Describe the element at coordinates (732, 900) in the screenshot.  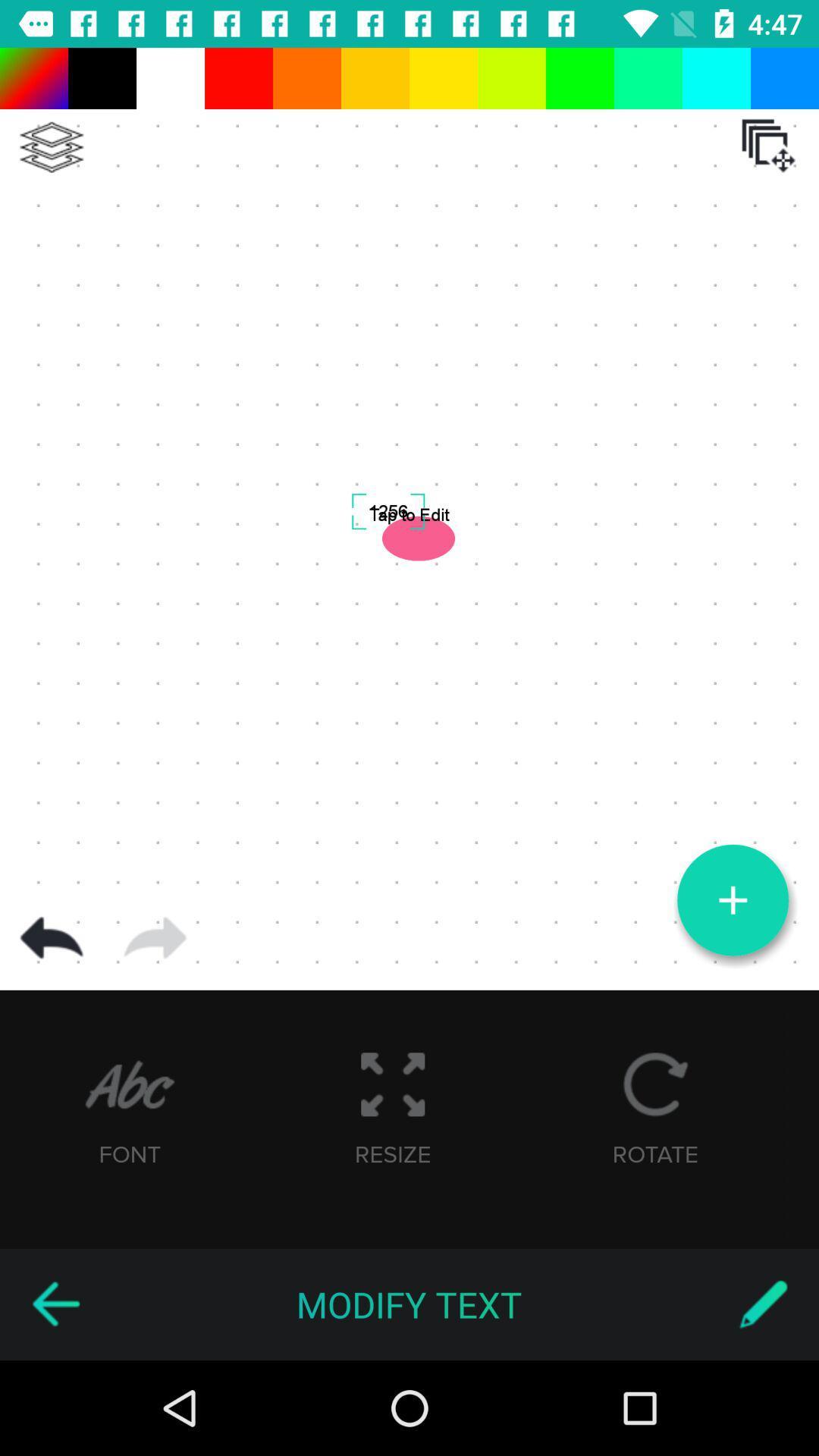
I see `content` at that location.